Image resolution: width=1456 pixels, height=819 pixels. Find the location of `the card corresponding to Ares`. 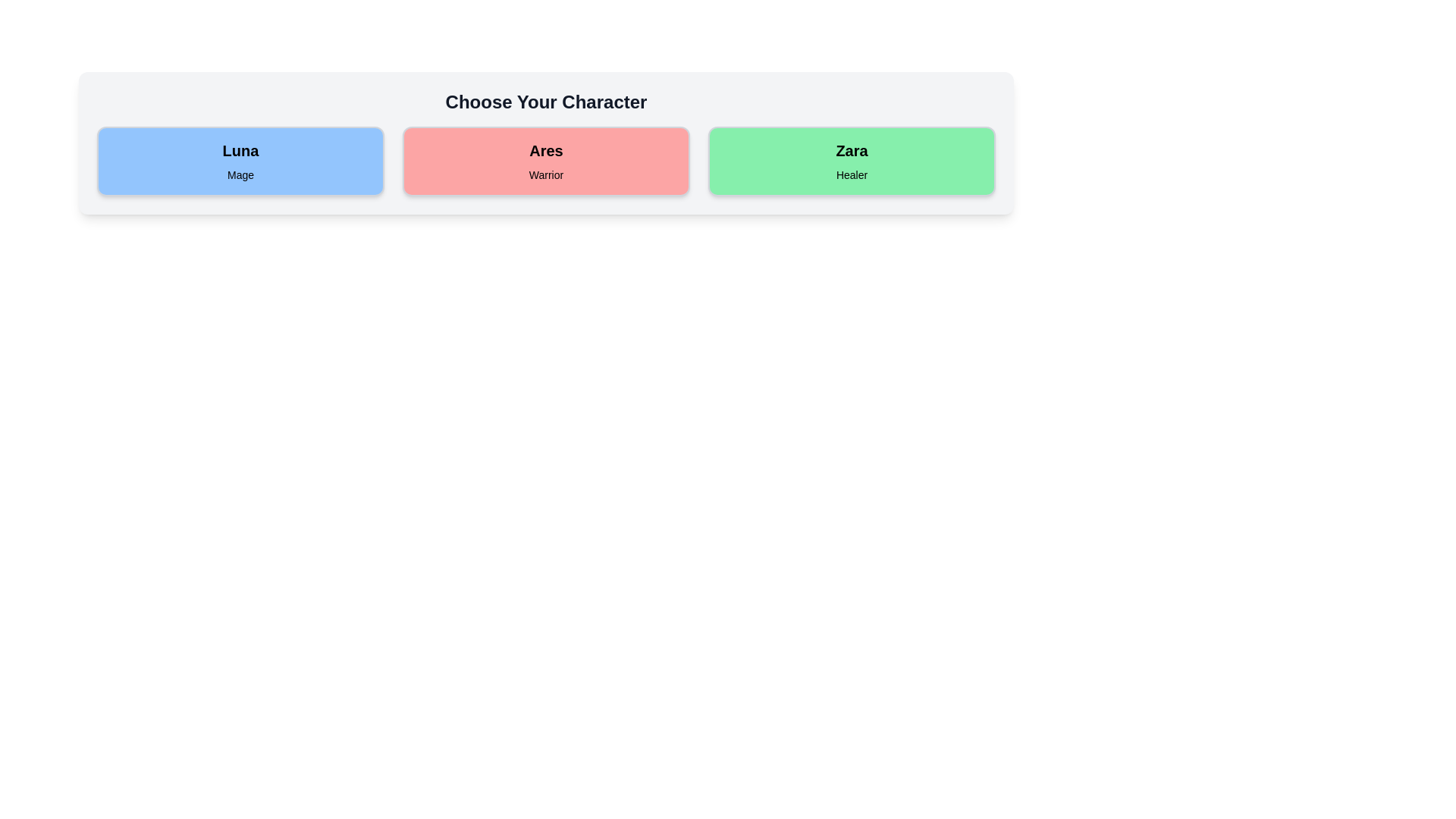

the card corresponding to Ares is located at coordinates (546, 161).